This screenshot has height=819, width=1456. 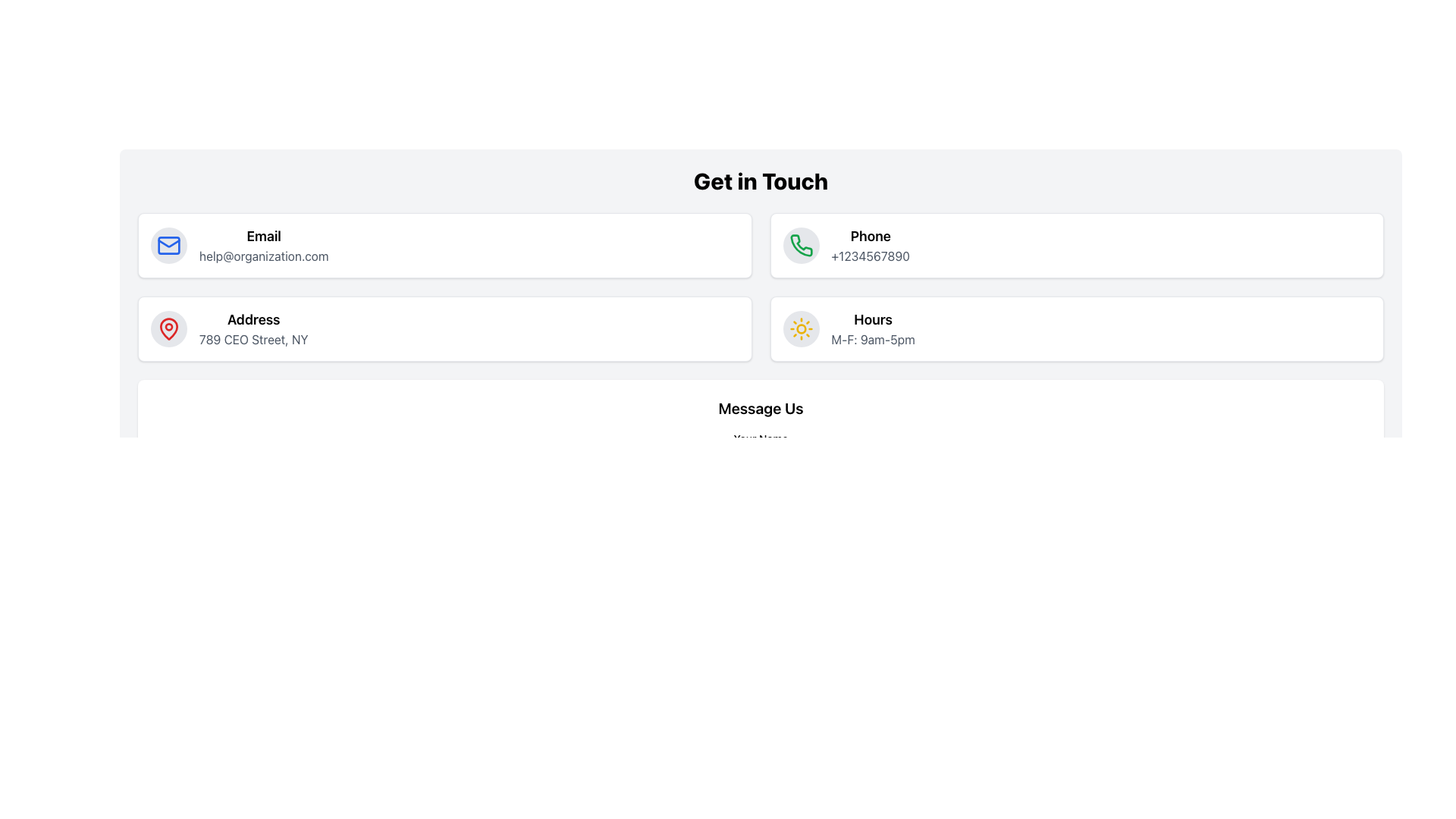 I want to click on the 'Address' text block which displays '789 CEO Street, NY' in a grayish font, located within a white rectangular card adjacent to a red pin icon, so click(x=253, y=328).